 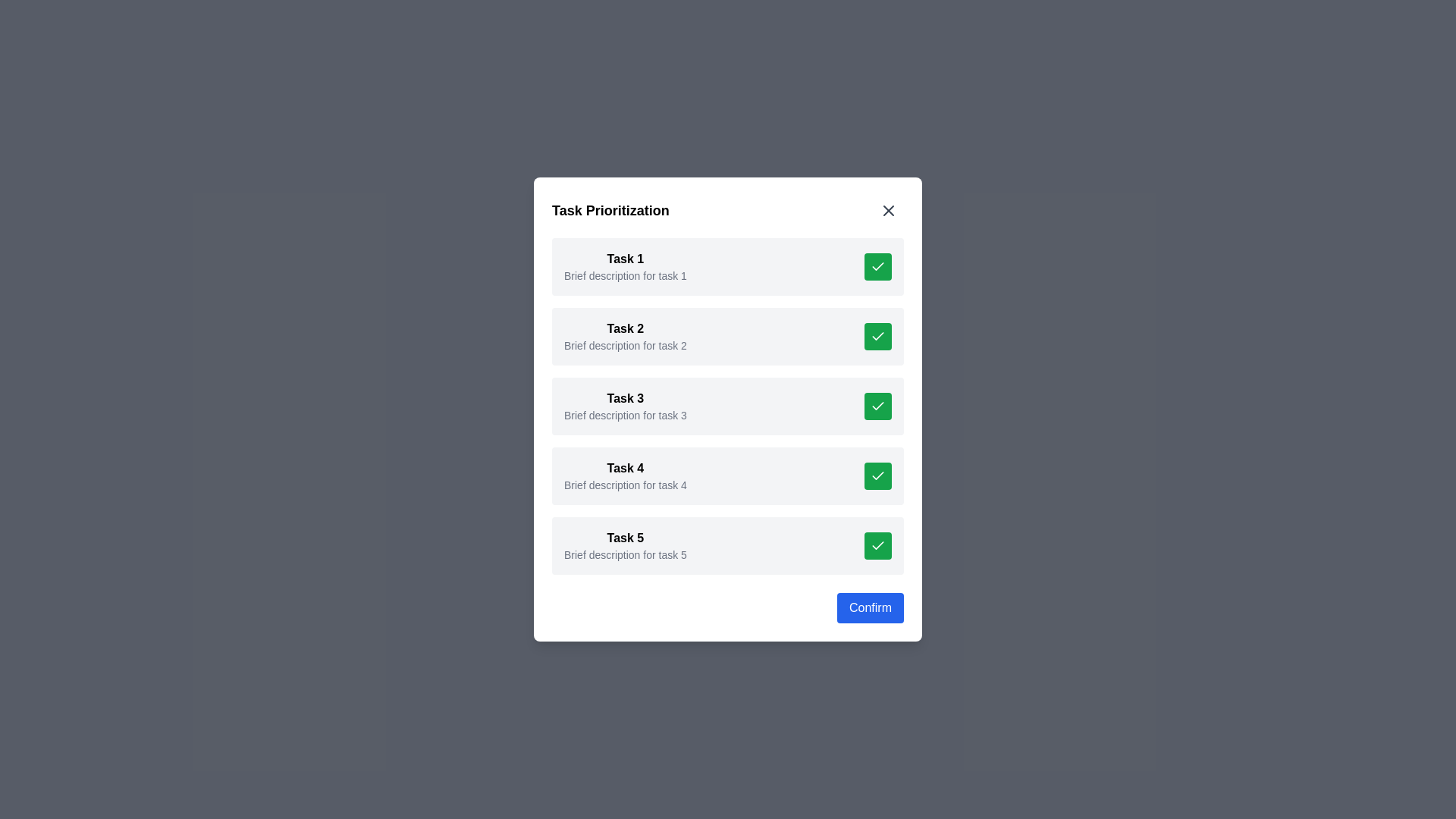 I want to click on the checkmark icon indicating task completion status located within the 'Task Prioritization' modal, specifically associated with the second task in the list, so click(x=877, y=335).